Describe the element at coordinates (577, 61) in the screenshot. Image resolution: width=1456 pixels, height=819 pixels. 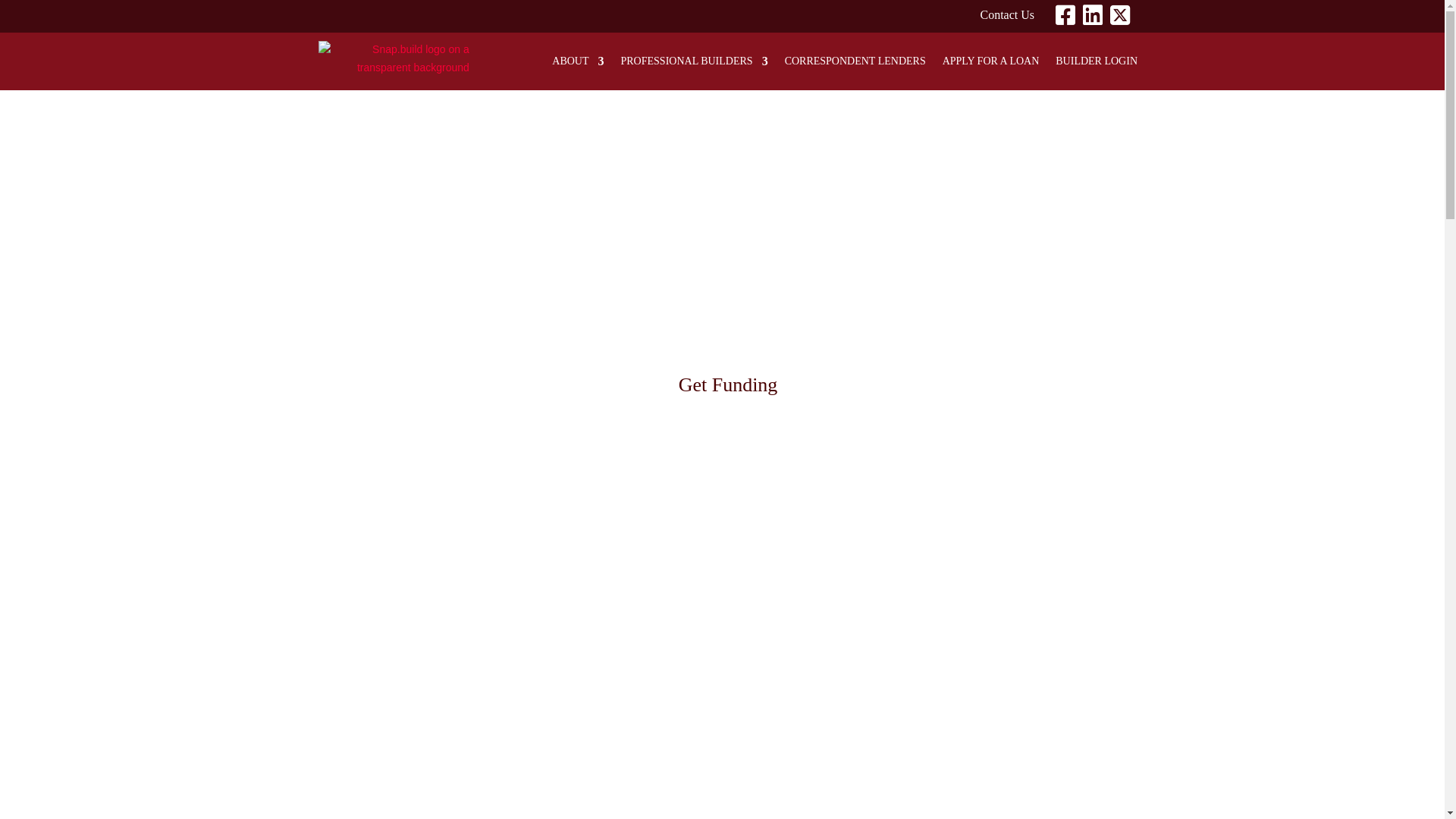
I see `'ABOUT'` at that location.